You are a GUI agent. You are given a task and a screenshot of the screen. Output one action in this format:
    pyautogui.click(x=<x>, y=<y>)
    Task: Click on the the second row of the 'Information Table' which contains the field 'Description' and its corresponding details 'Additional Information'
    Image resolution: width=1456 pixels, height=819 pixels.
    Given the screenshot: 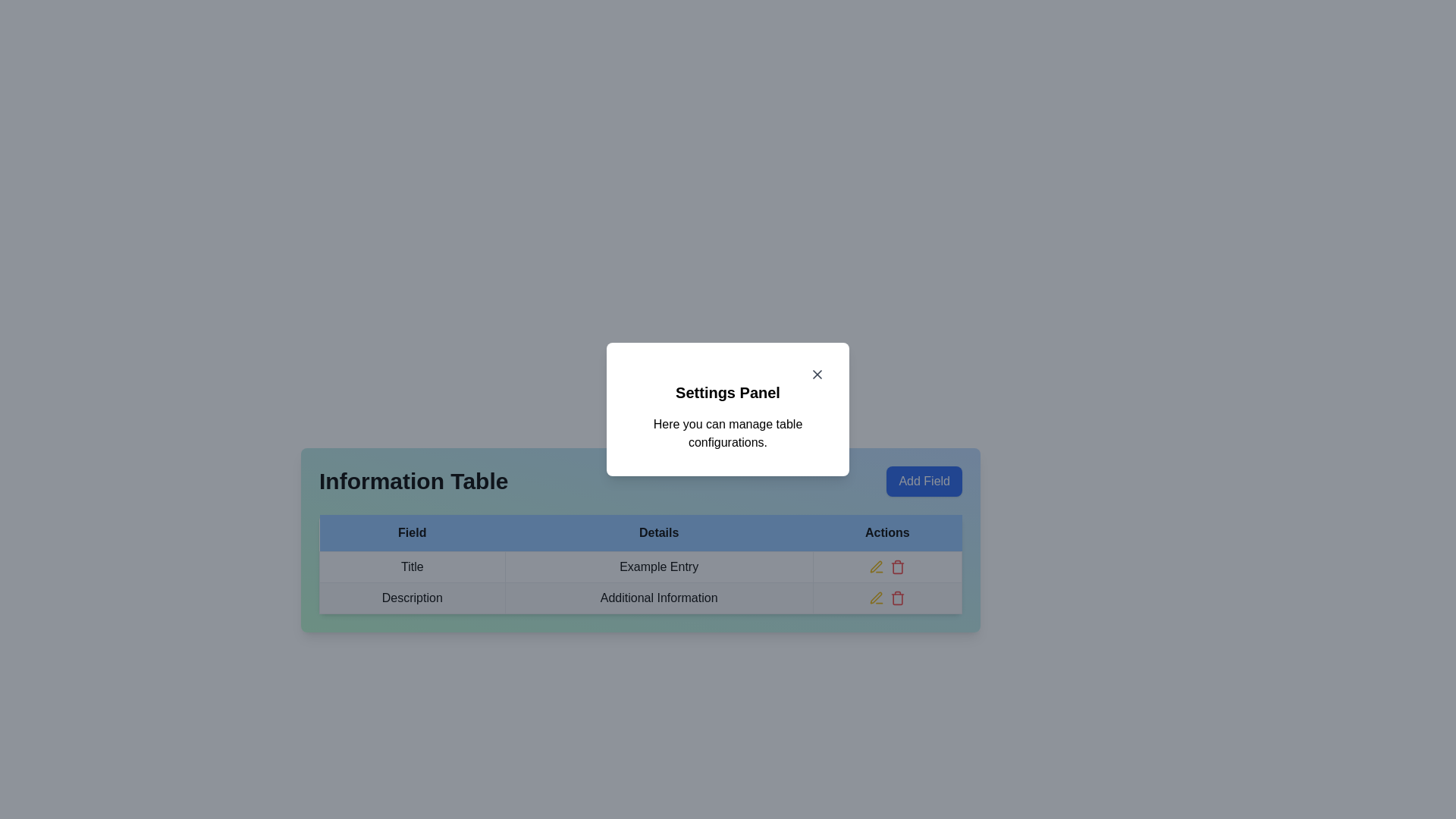 What is the action you would take?
    pyautogui.click(x=640, y=598)
    